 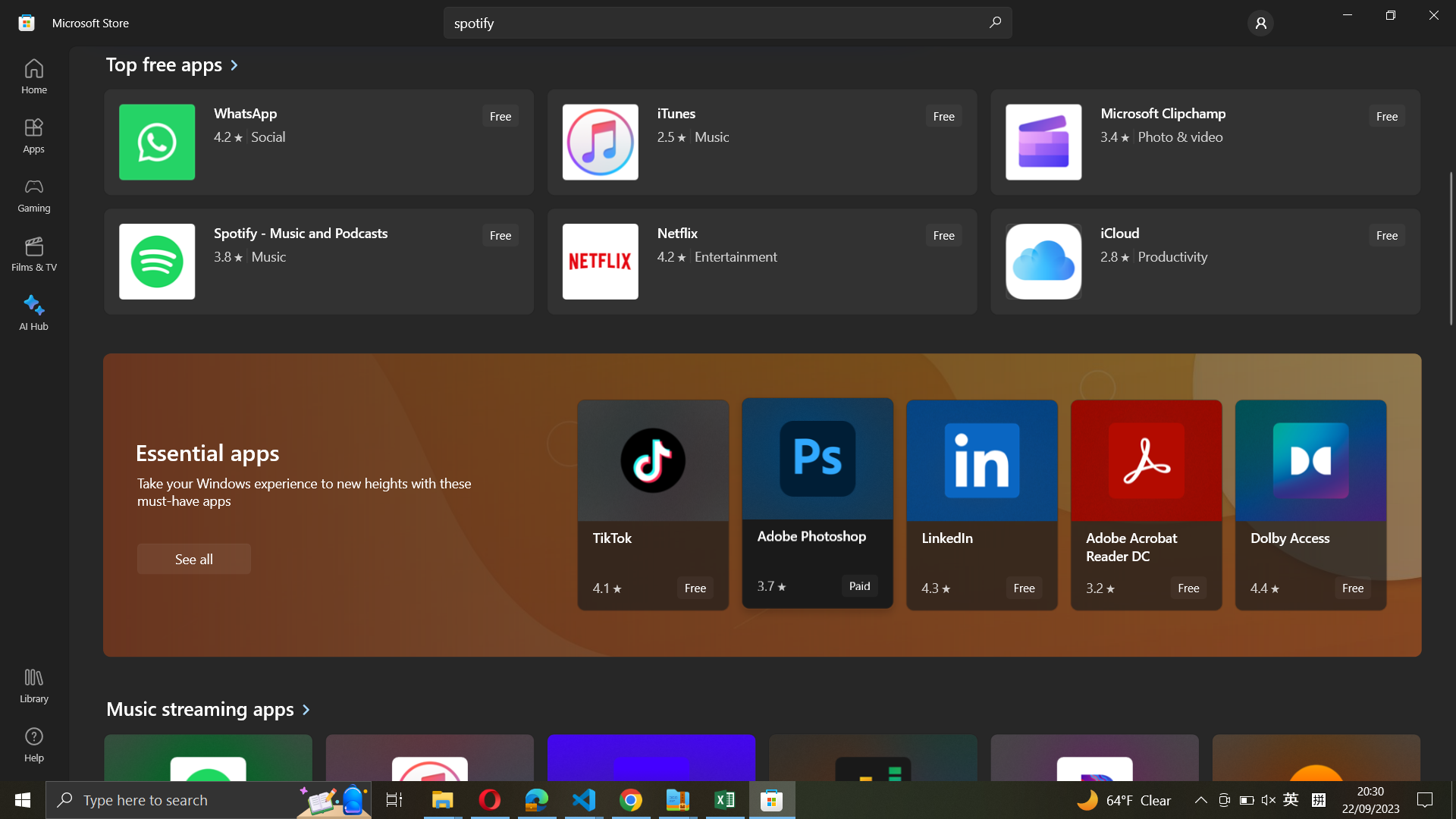 I want to click on Execute the Library command, so click(x=33, y=687).